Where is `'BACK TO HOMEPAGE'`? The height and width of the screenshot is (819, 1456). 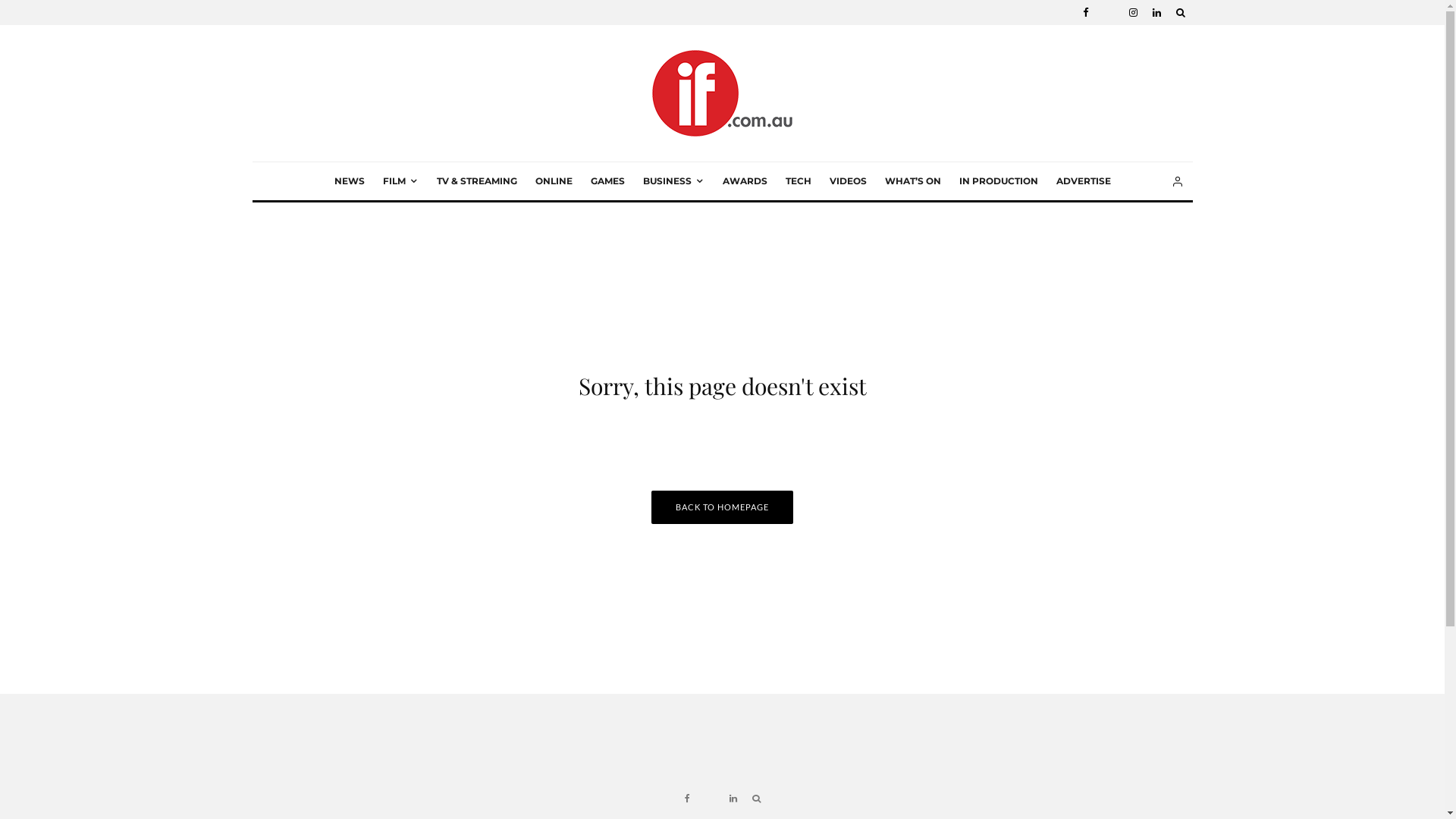 'BACK TO HOMEPAGE' is located at coordinates (651, 507).